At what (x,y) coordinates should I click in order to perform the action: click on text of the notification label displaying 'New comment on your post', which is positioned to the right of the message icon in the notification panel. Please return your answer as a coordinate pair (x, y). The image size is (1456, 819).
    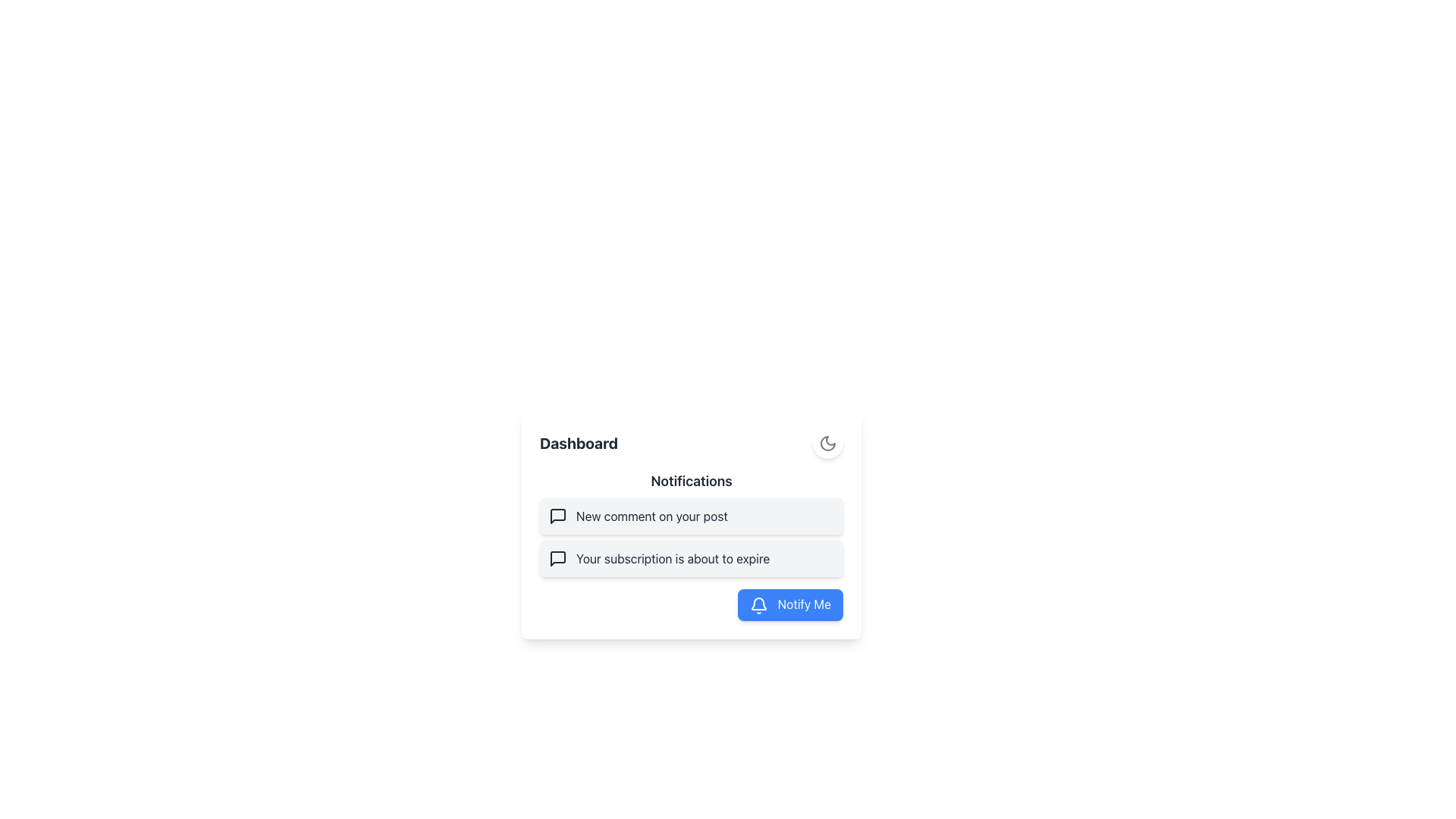
    Looking at the image, I should click on (651, 516).